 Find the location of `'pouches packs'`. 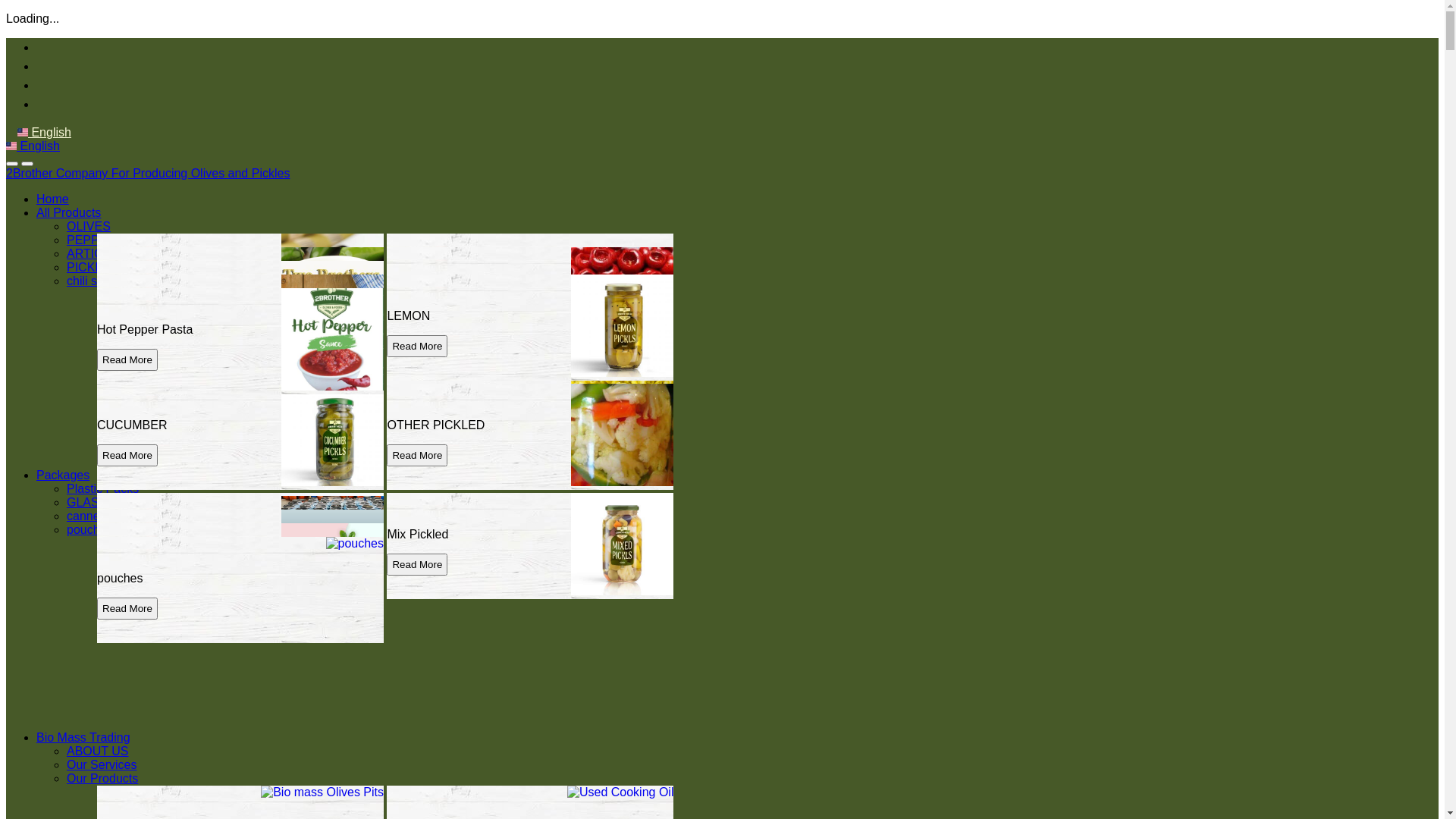

'pouches packs' is located at coordinates (106, 529).